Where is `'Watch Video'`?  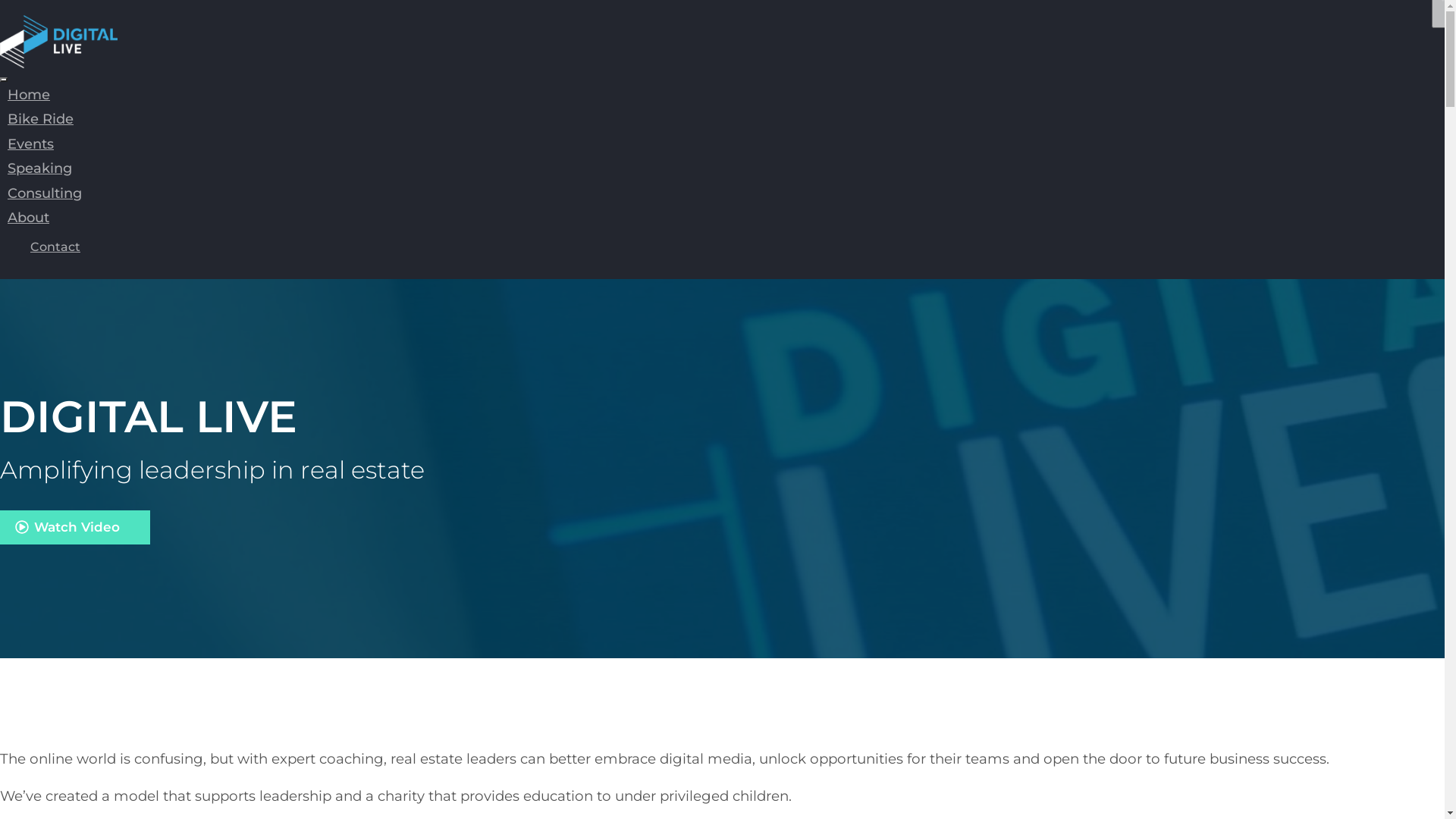 'Watch Video' is located at coordinates (74, 526).